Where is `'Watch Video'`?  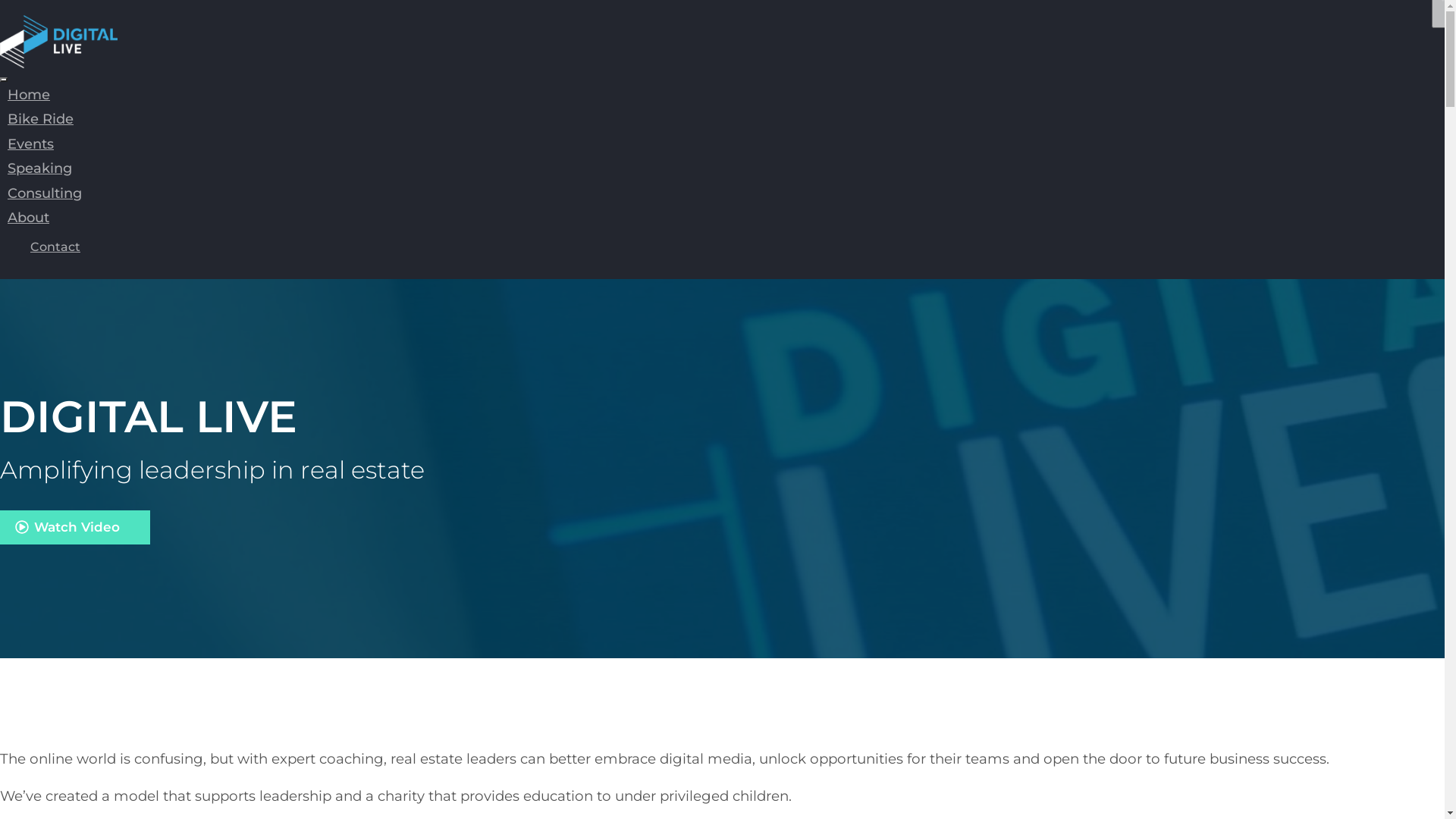 'Watch Video' is located at coordinates (74, 526).